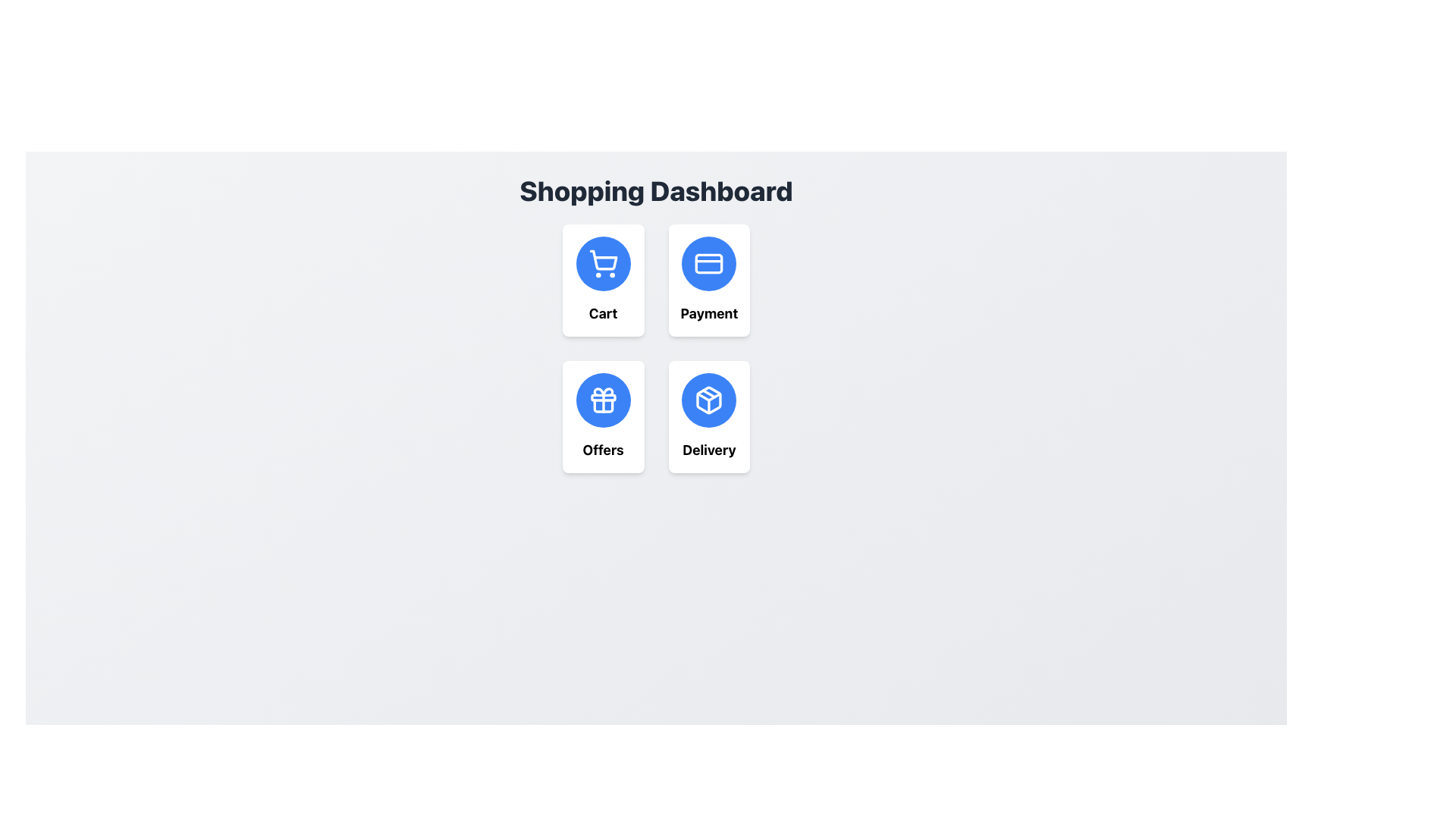 Image resolution: width=1456 pixels, height=819 pixels. Describe the element at coordinates (602, 405) in the screenshot. I see `the lower part of the gift box icon in the lower-left quadrant of the grid layout, which is part of the 'Offers' card` at that location.